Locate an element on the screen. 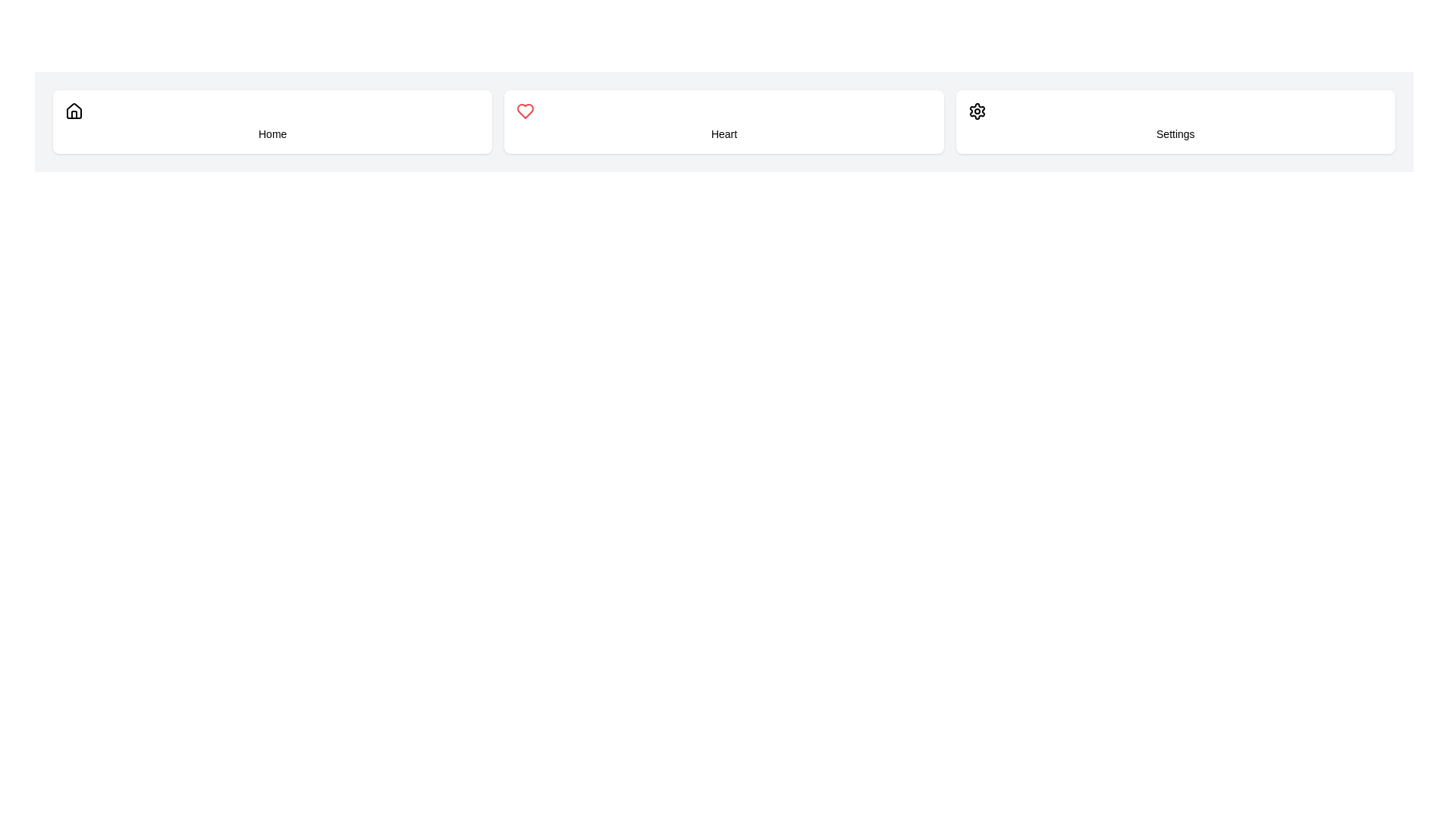  the settings icon located in the upper section of the interface, within the card labeled 'Settings', which is positioned to the right of the 'Heart' card and is visually centered above the text label 'Settings' is located at coordinates (977, 110).